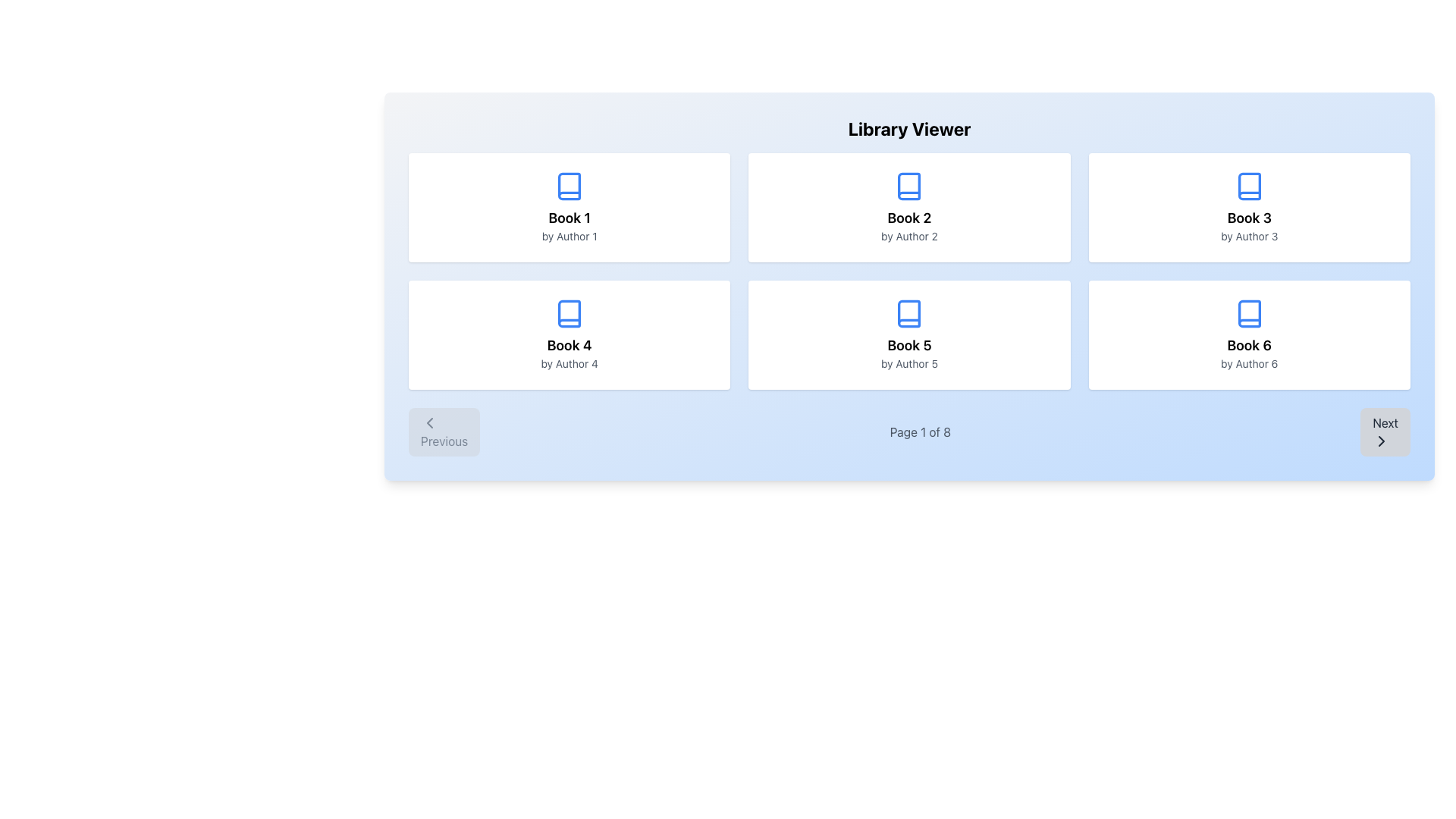 The width and height of the screenshot is (1456, 819). What do you see at coordinates (569, 345) in the screenshot?
I see `the static text element displaying 'Book 4', which is prominently shown in a larger bold font within the book's card in the second row and first column of the book grid` at bounding box center [569, 345].